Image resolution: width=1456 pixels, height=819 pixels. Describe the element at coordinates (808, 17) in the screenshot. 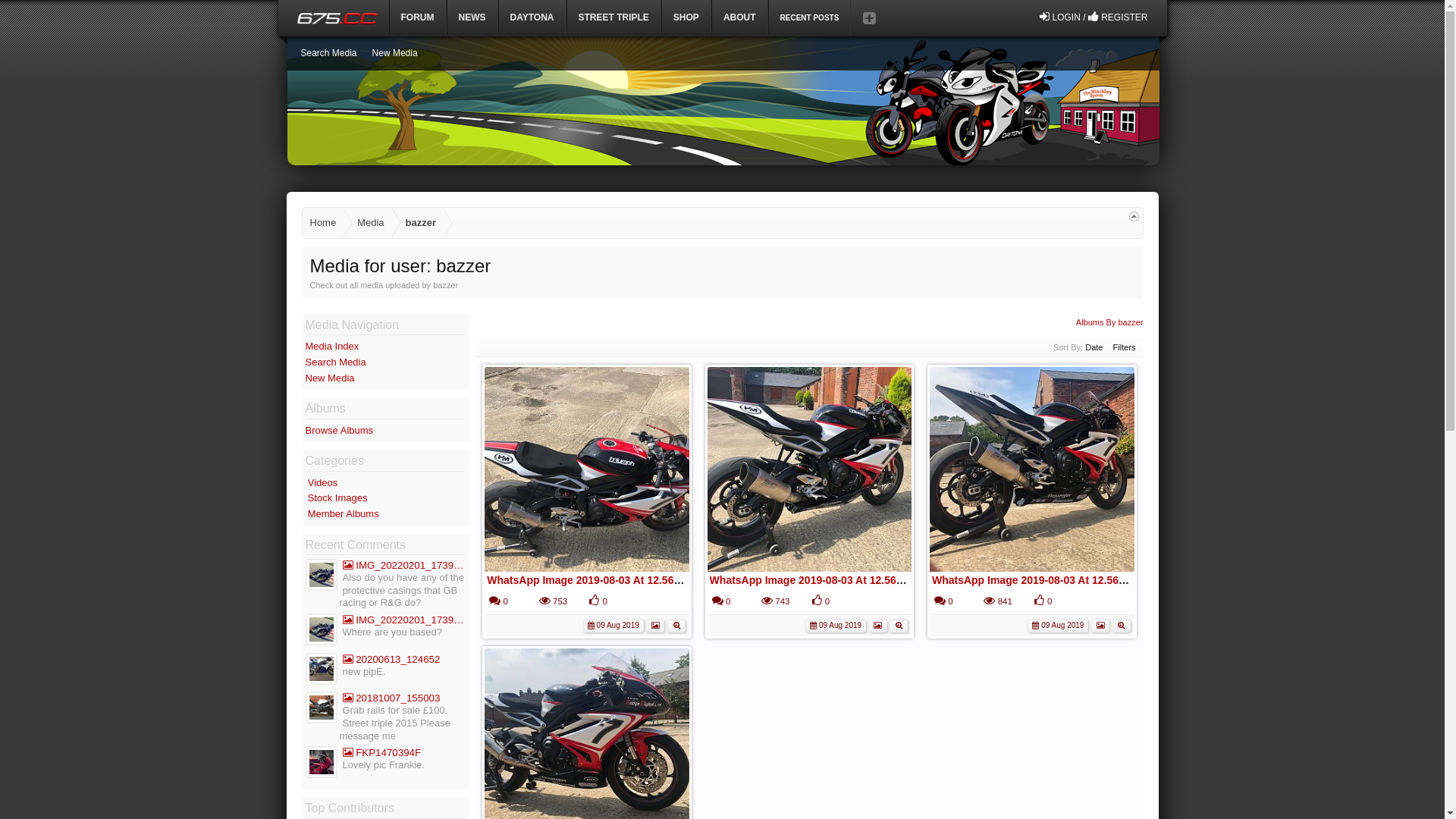

I see `'RECENT POSTS'` at that location.